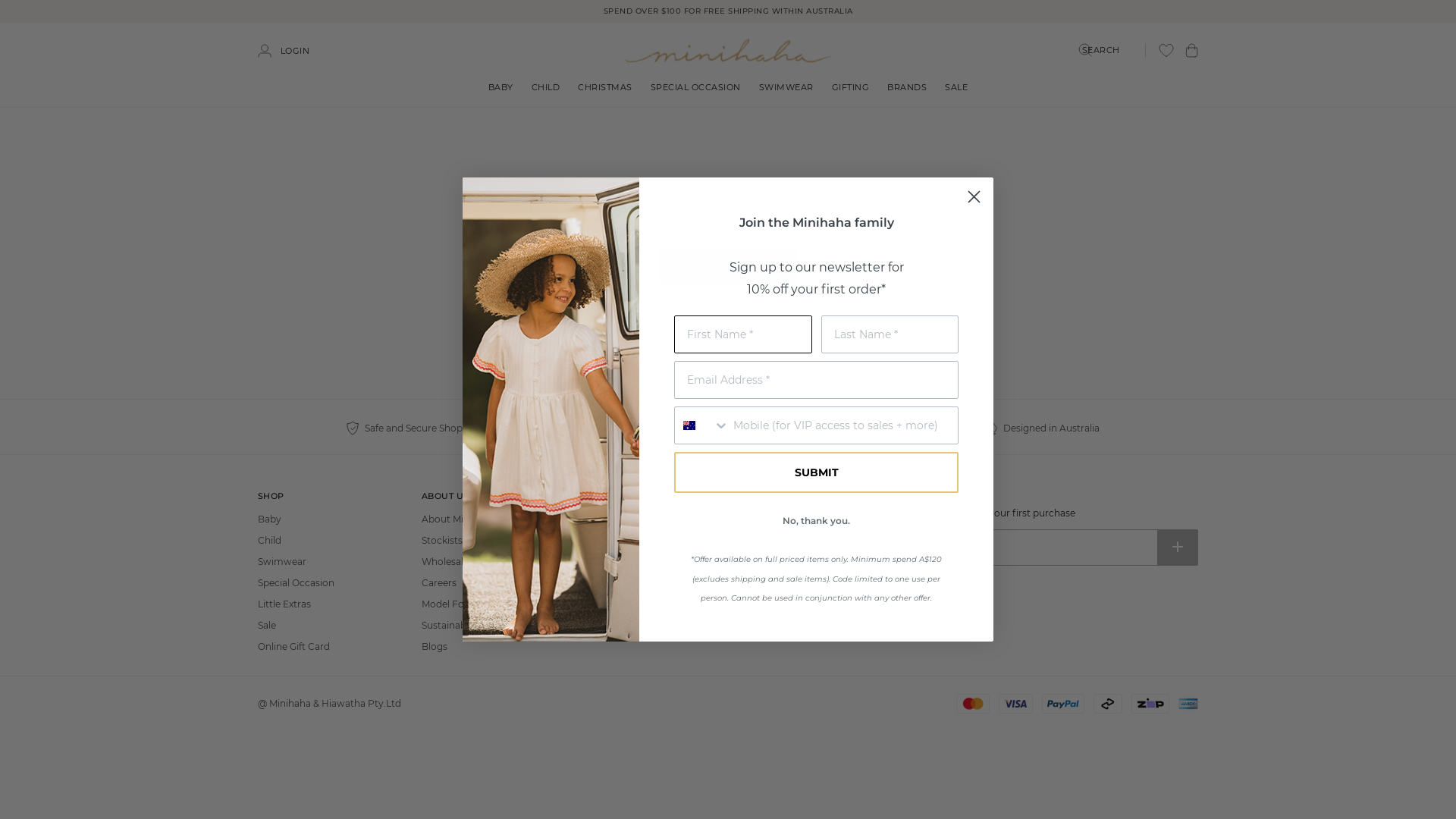 This screenshot has height=819, width=1456. Describe the element at coordinates (266, 625) in the screenshot. I see `'Sale'` at that location.